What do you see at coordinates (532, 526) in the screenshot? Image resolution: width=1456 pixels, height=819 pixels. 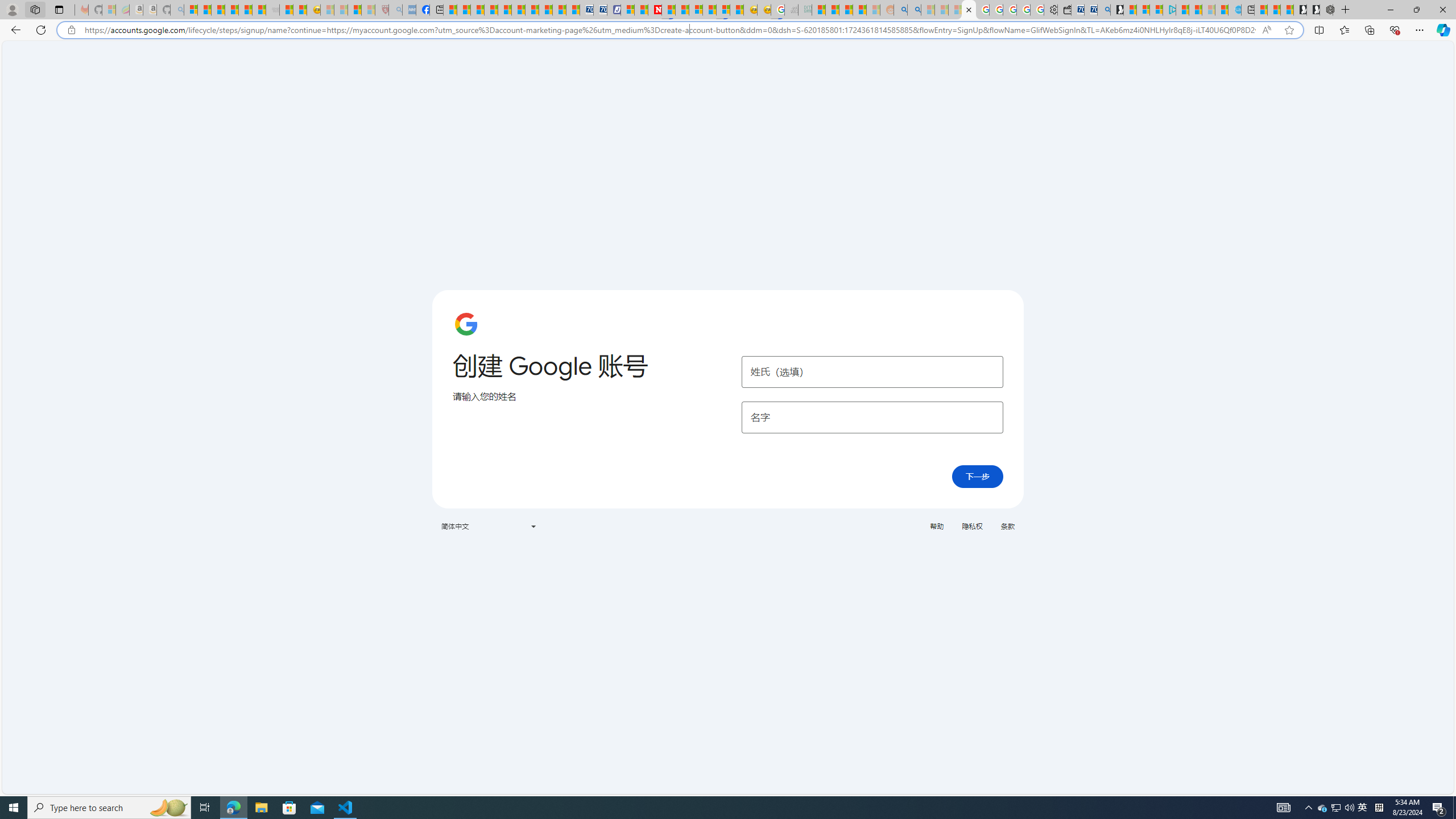 I see `'Class: VfPpkd-t08AT-Bz112c-Bd00G'` at bounding box center [532, 526].